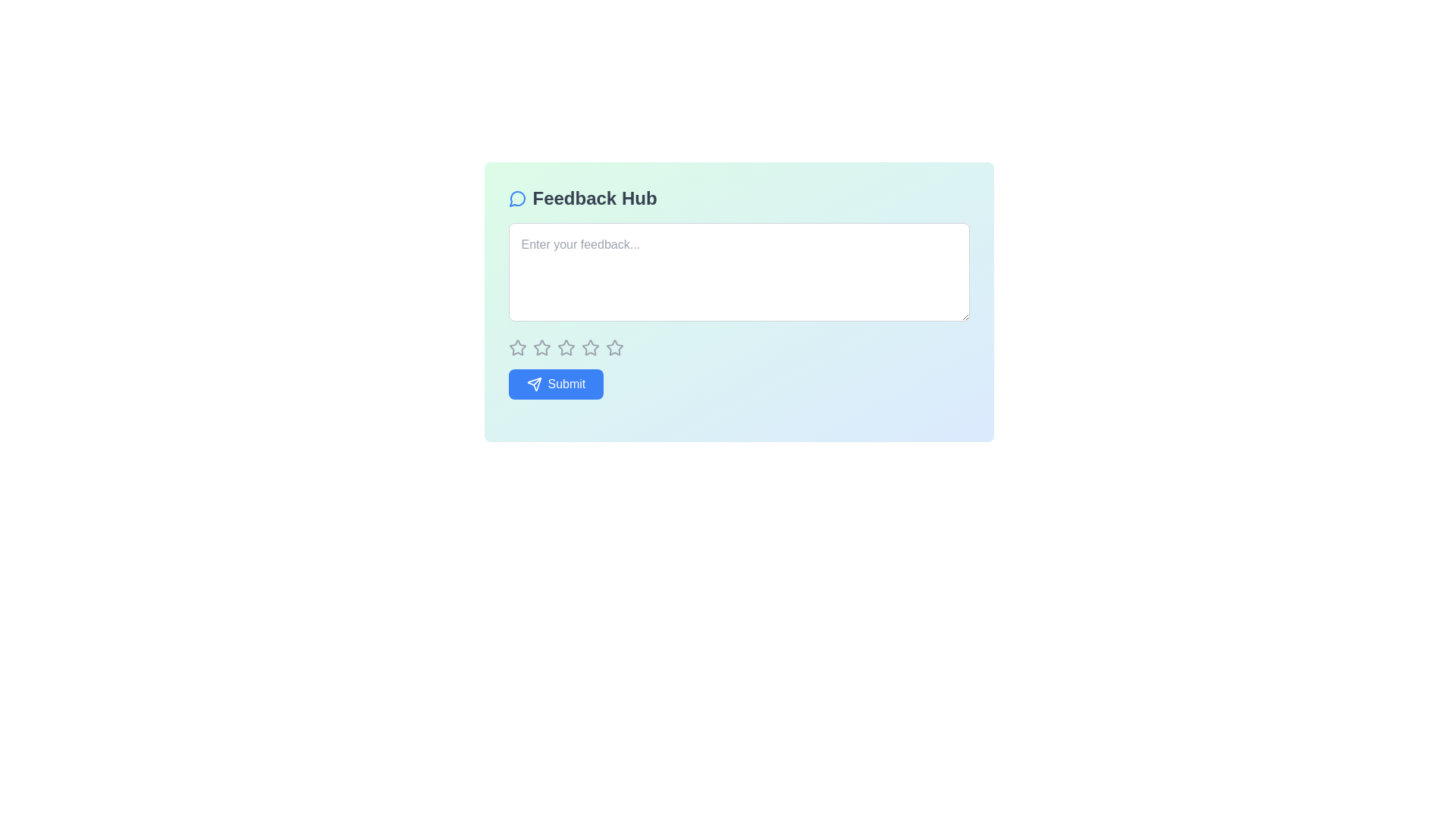 The height and width of the screenshot is (819, 1456). What do you see at coordinates (517, 198) in the screenshot?
I see `the blue conversation icon with a circular outline and speech tail, located to the left of the 'Feedback Hub' text` at bounding box center [517, 198].